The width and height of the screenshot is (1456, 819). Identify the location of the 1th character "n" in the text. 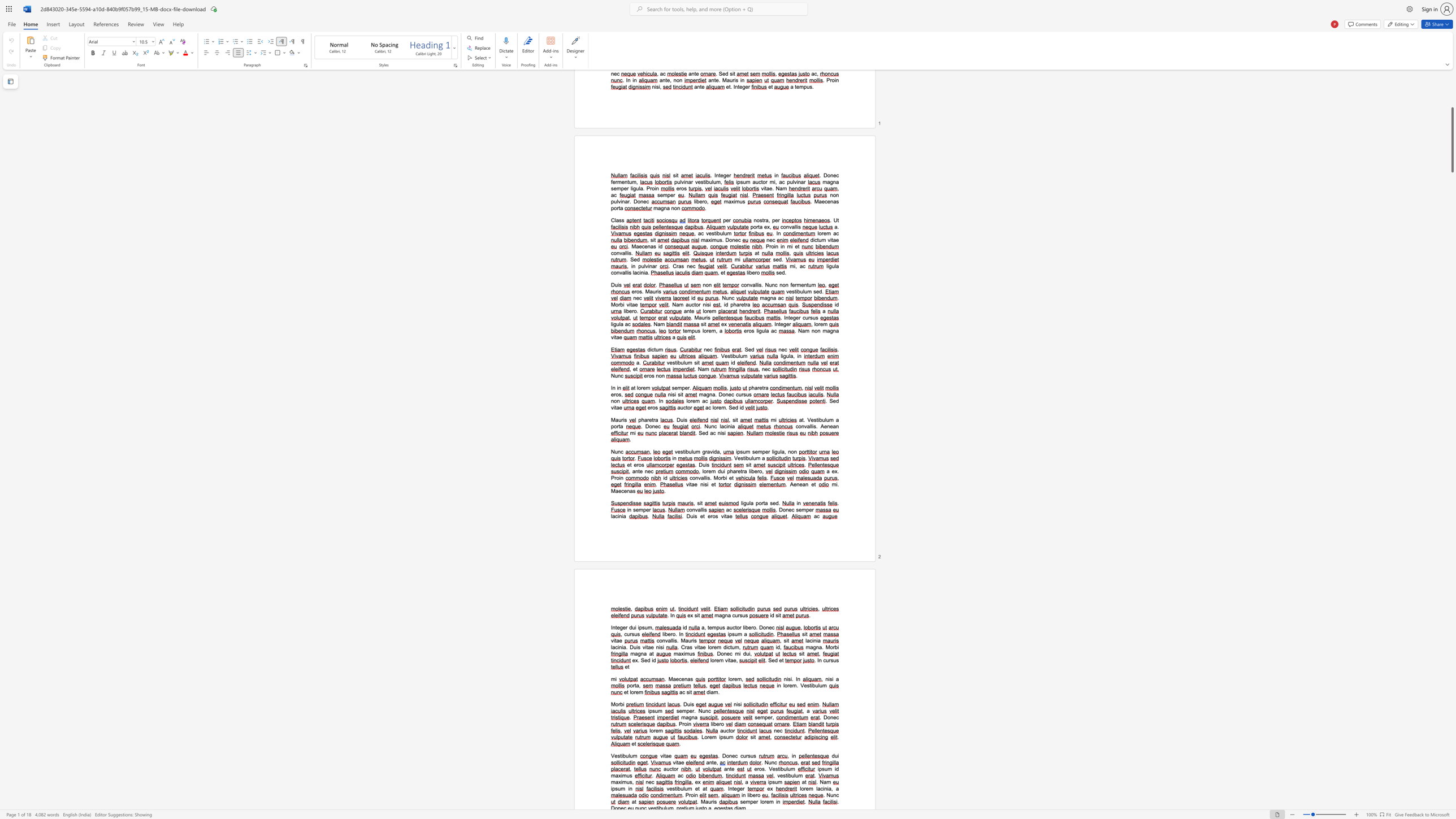
(789, 451).